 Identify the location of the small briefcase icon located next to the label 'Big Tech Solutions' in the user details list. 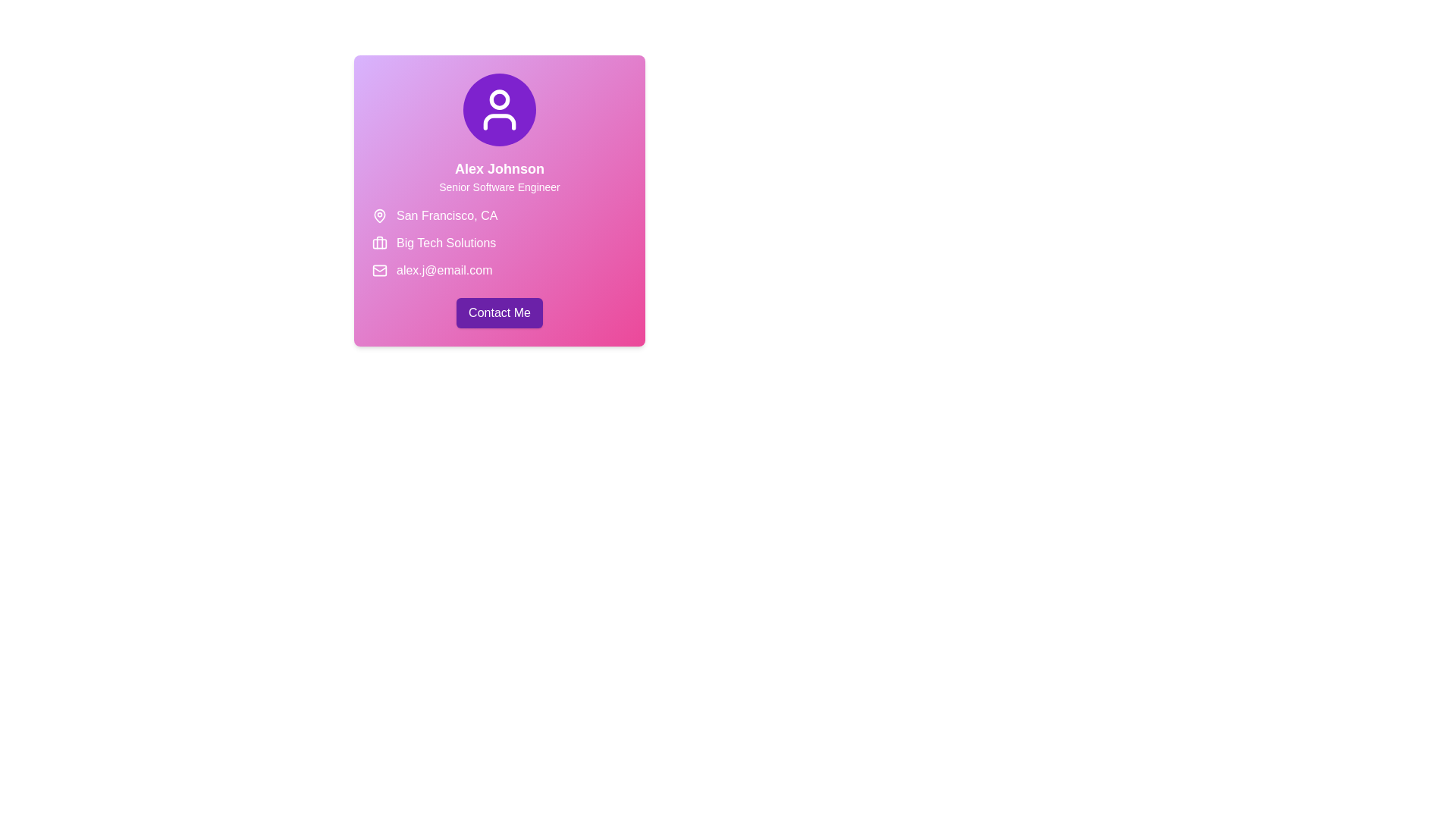
(379, 242).